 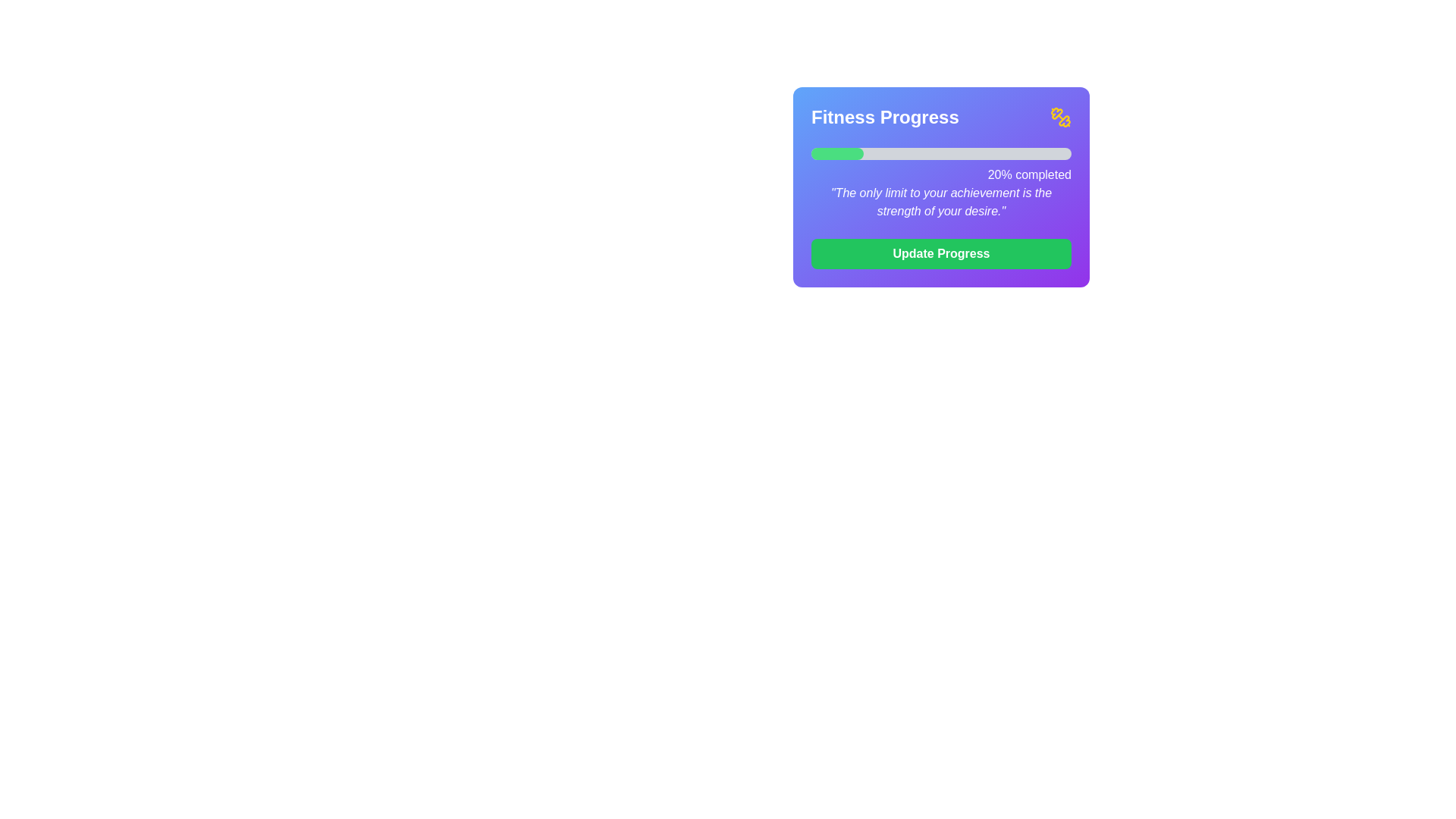 What do you see at coordinates (885, 116) in the screenshot?
I see `the text label that serves as the heading or title for the section, positioned to the left of a dumbbell icon at the top of the card component` at bounding box center [885, 116].